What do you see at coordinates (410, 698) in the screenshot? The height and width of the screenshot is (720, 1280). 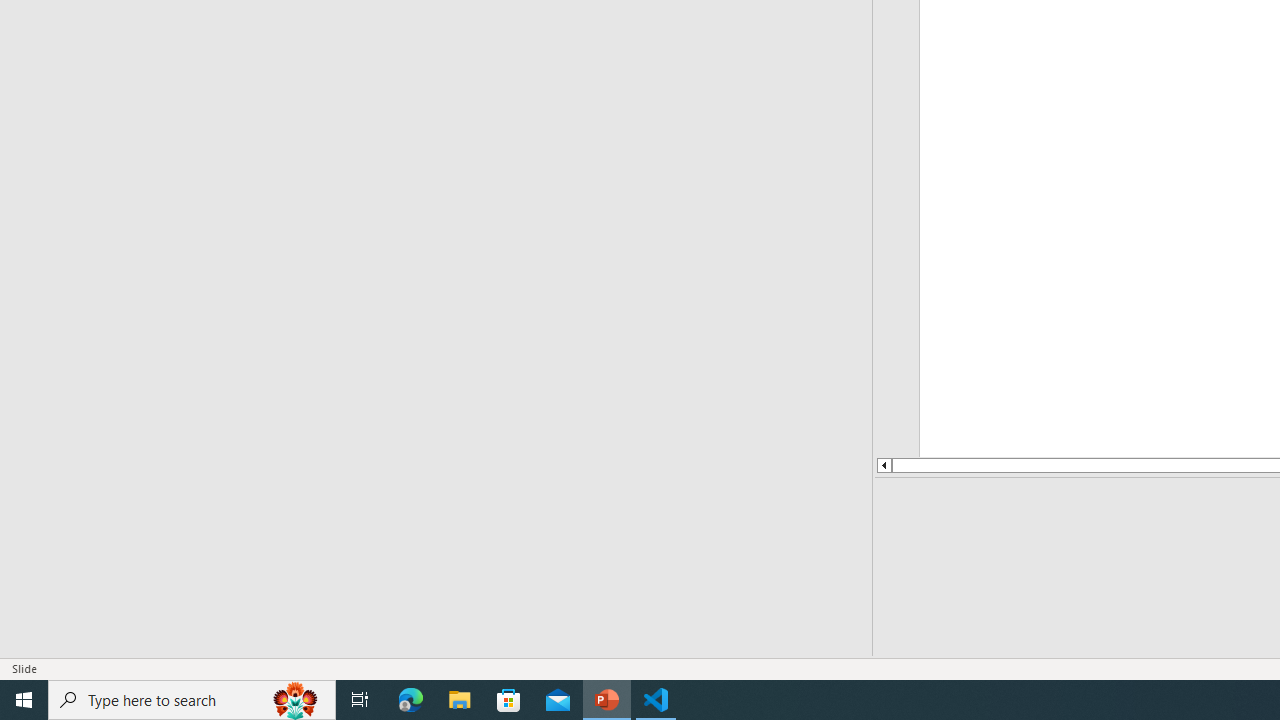 I see `'Microsoft Edge'` at bounding box center [410, 698].